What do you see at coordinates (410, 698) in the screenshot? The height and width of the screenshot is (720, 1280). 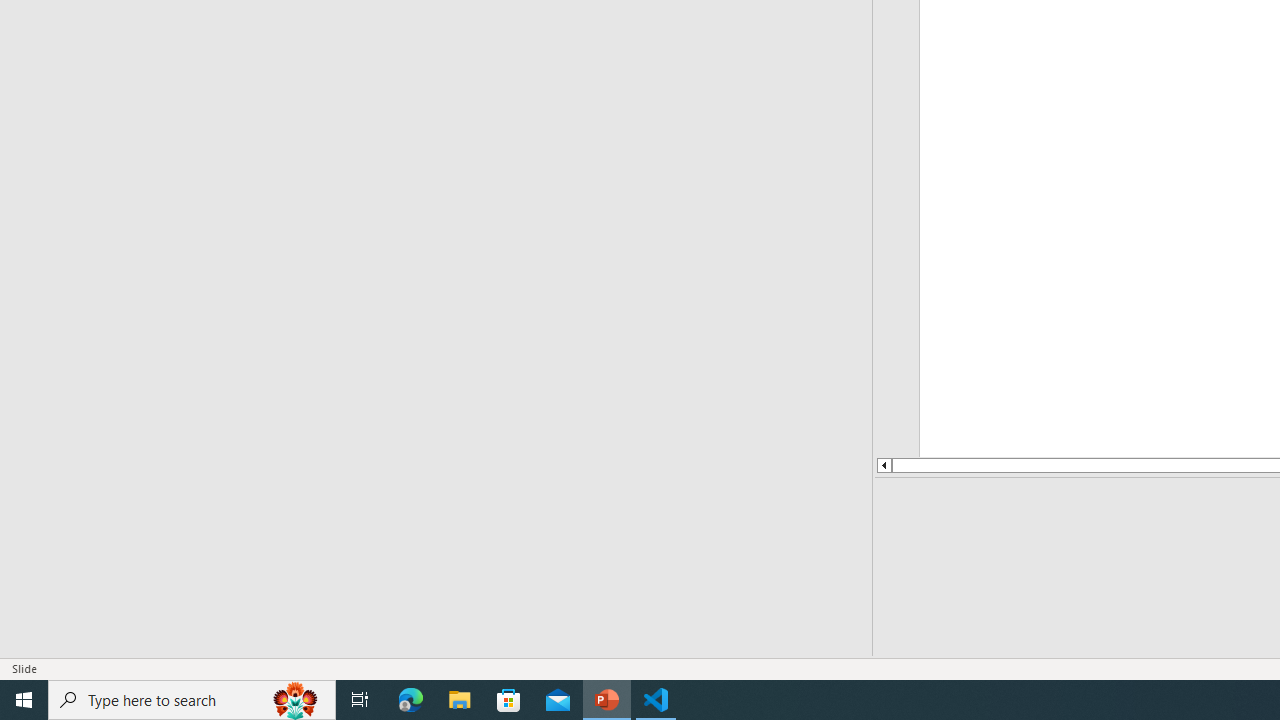 I see `'Microsoft Edge'` at bounding box center [410, 698].